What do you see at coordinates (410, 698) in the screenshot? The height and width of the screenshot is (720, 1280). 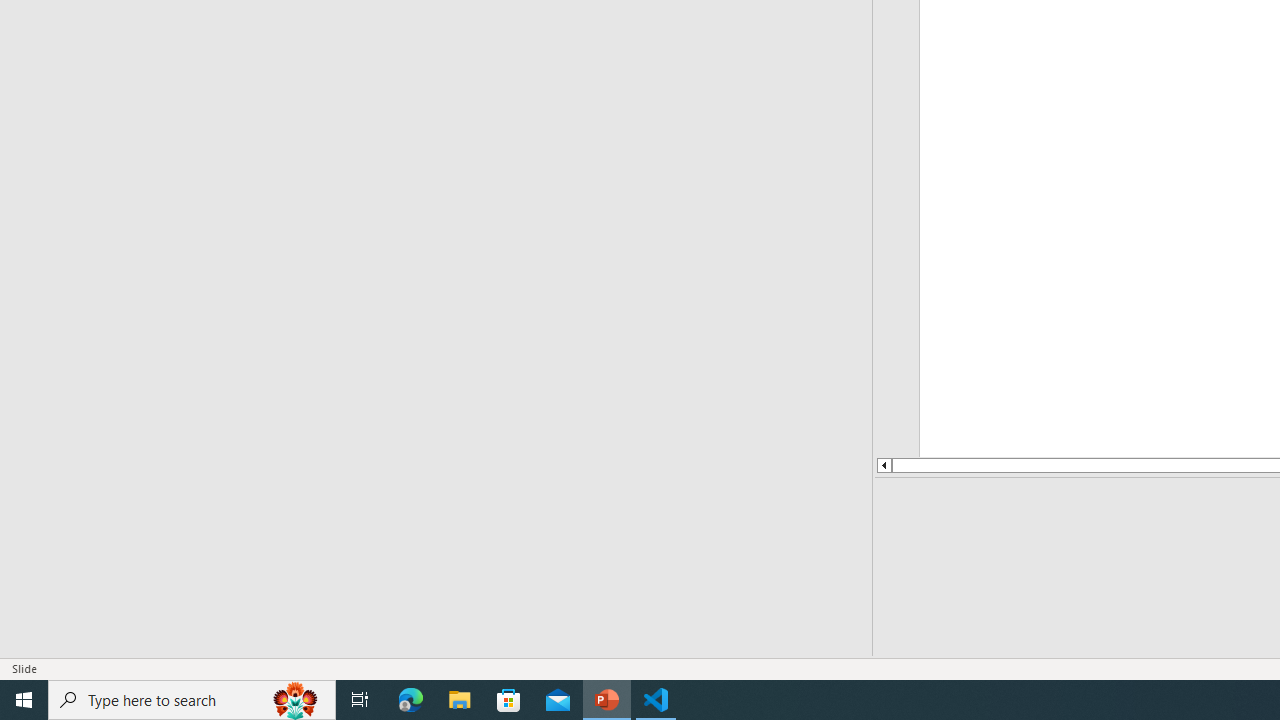 I see `'Microsoft Edge'` at bounding box center [410, 698].